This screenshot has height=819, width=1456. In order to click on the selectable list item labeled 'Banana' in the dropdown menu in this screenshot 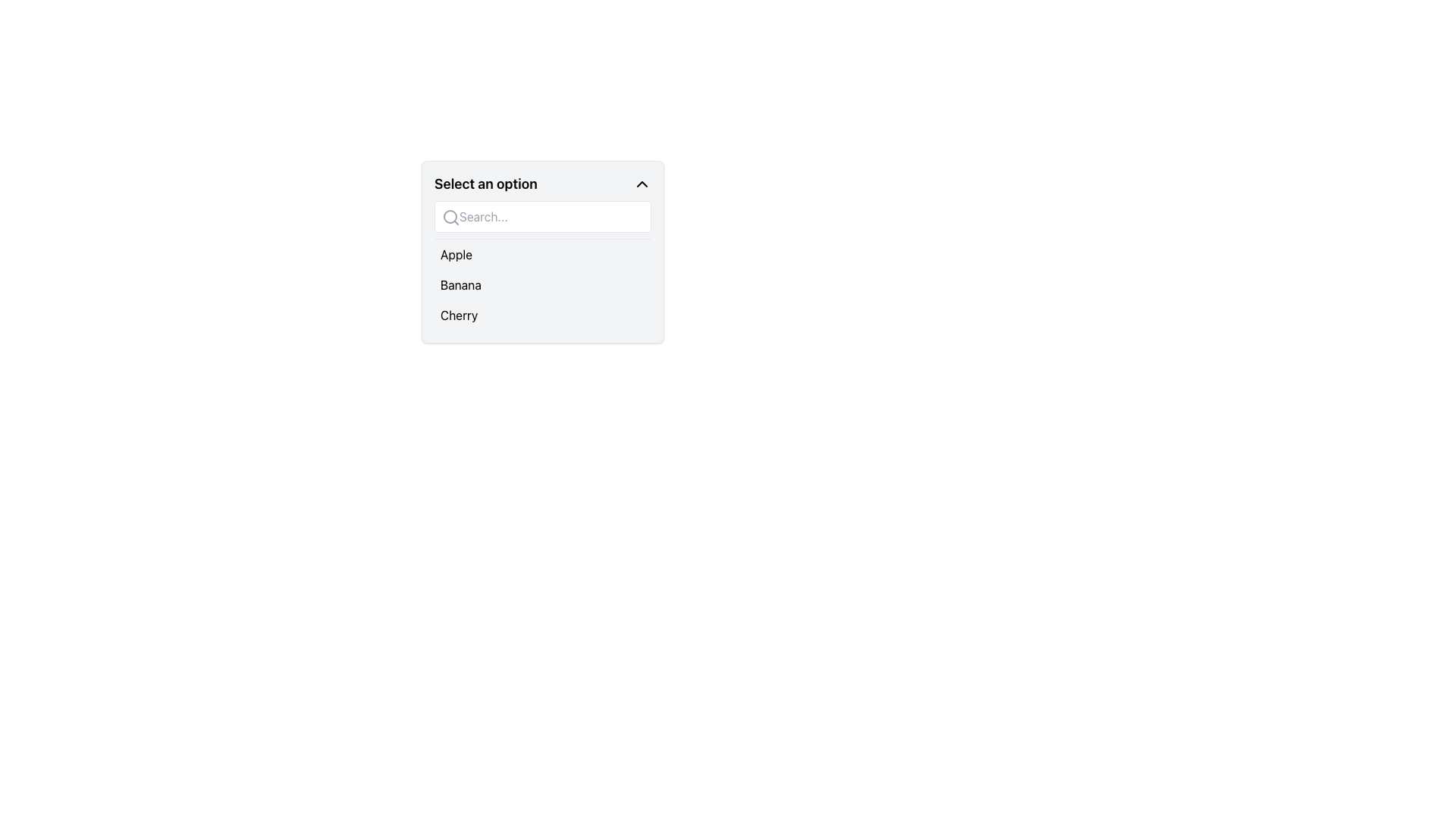, I will do `click(542, 284)`.